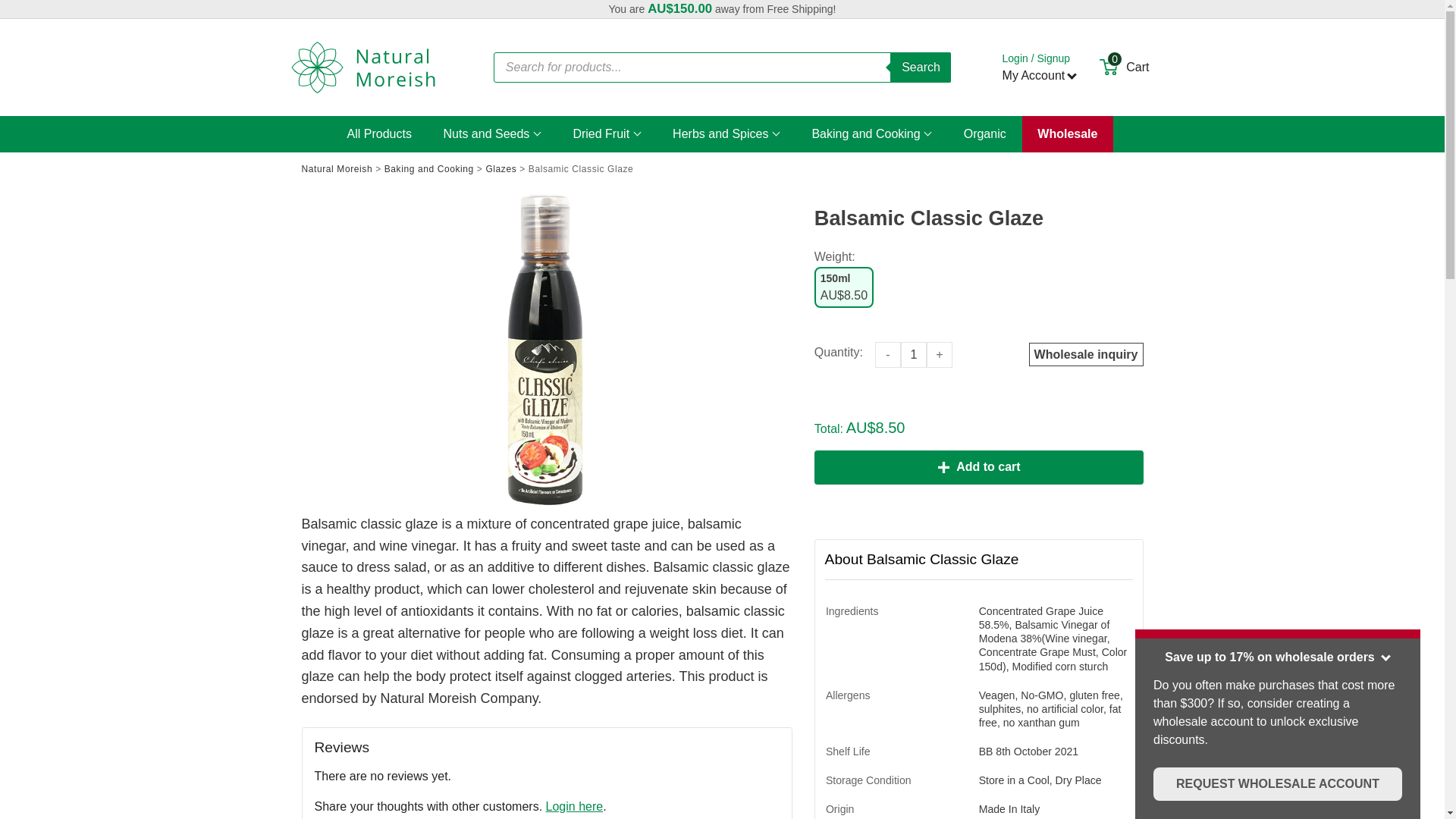 This screenshot has width=1456, height=819. What do you see at coordinates (890, 66) in the screenshot?
I see `'Search'` at bounding box center [890, 66].